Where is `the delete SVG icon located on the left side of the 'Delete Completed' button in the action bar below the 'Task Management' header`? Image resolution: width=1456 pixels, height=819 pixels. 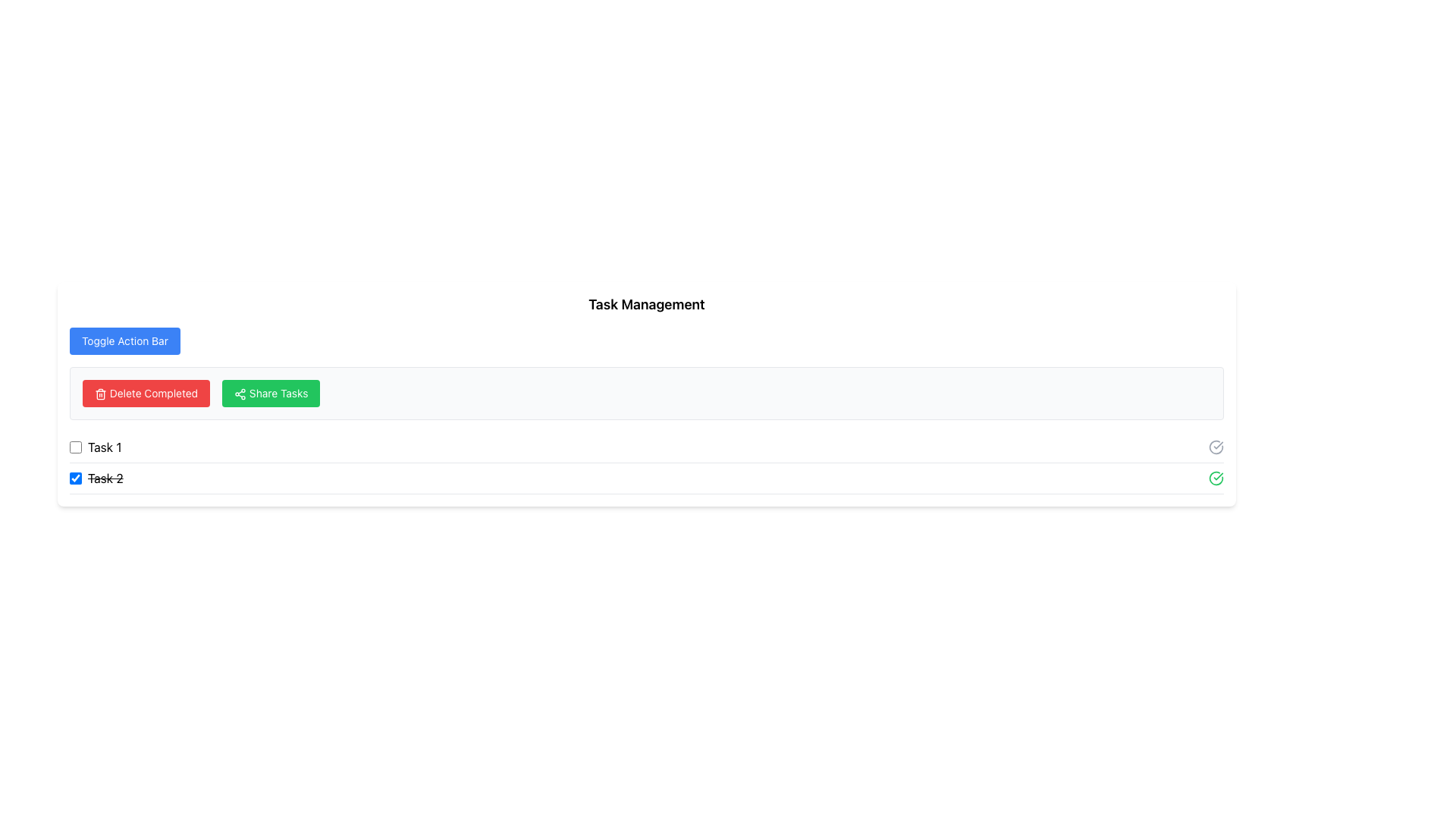 the delete SVG icon located on the left side of the 'Delete Completed' button in the action bar below the 'Task Management' header is located at coordinates (100, 394).